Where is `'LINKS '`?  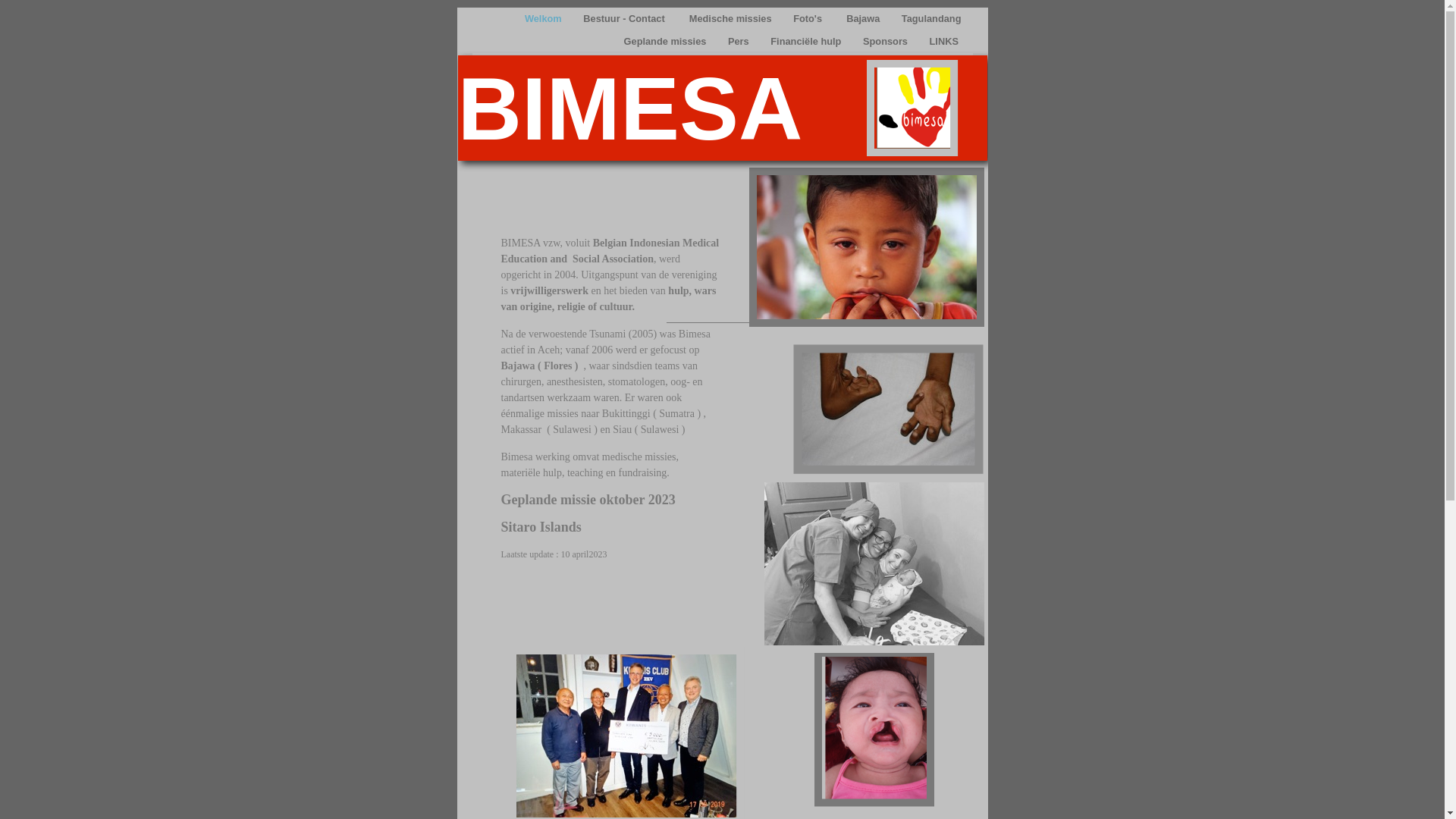
'LINKS ' is located at coordinates (921, 40).